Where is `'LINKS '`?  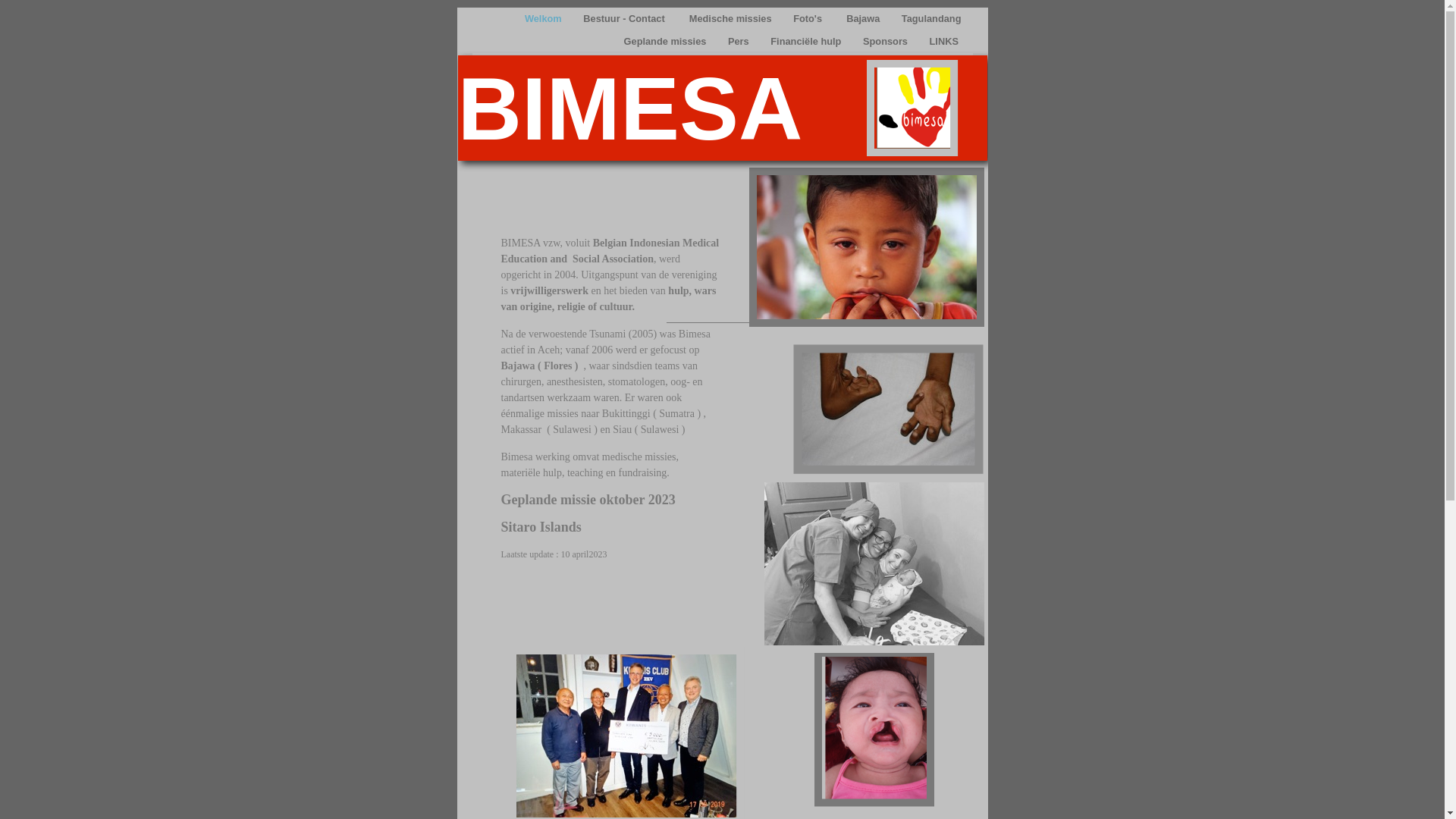
'LINKS ' is located at coordinates (921, 40).